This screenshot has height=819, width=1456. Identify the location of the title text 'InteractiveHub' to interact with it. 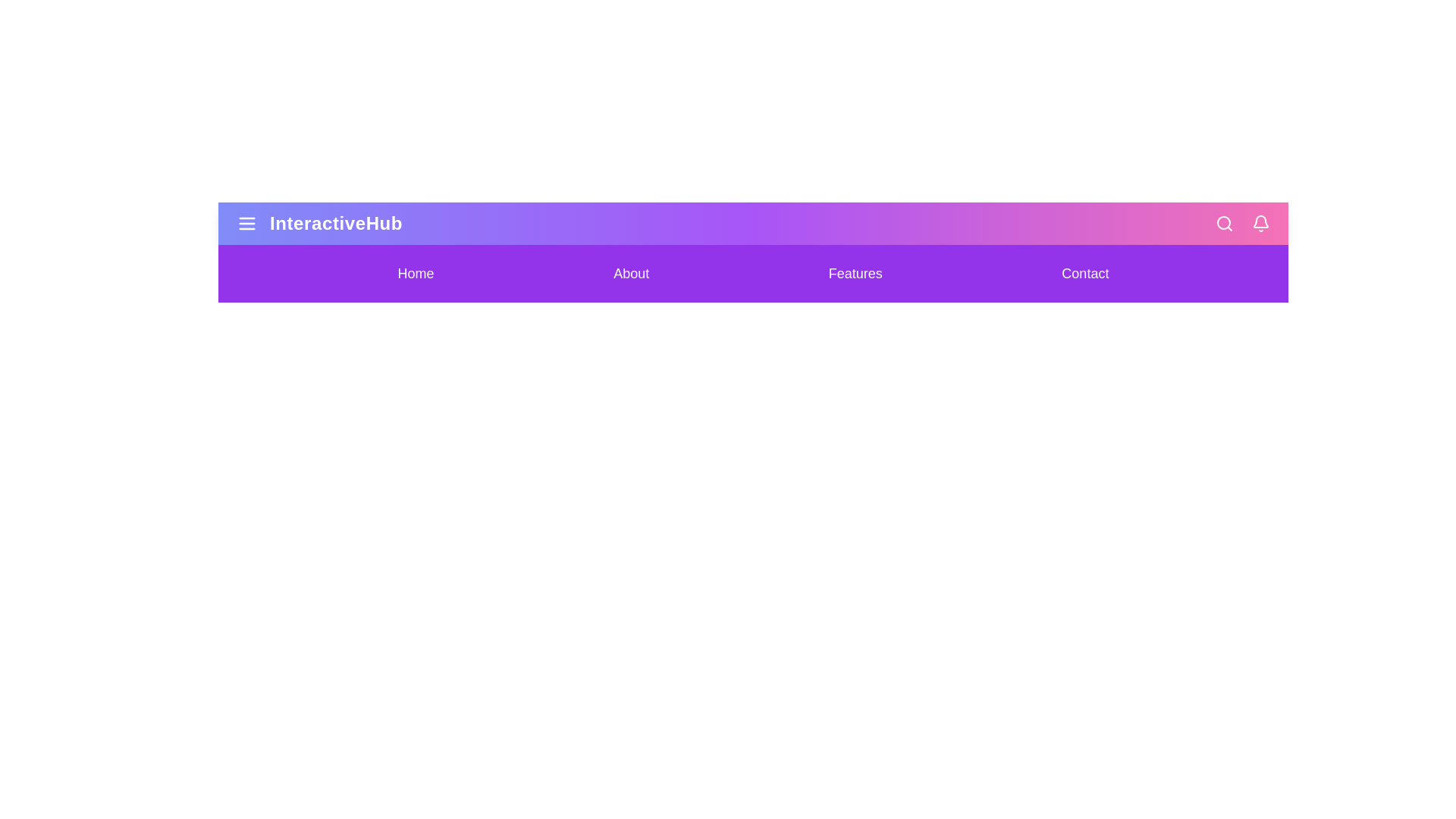
(335, 223).